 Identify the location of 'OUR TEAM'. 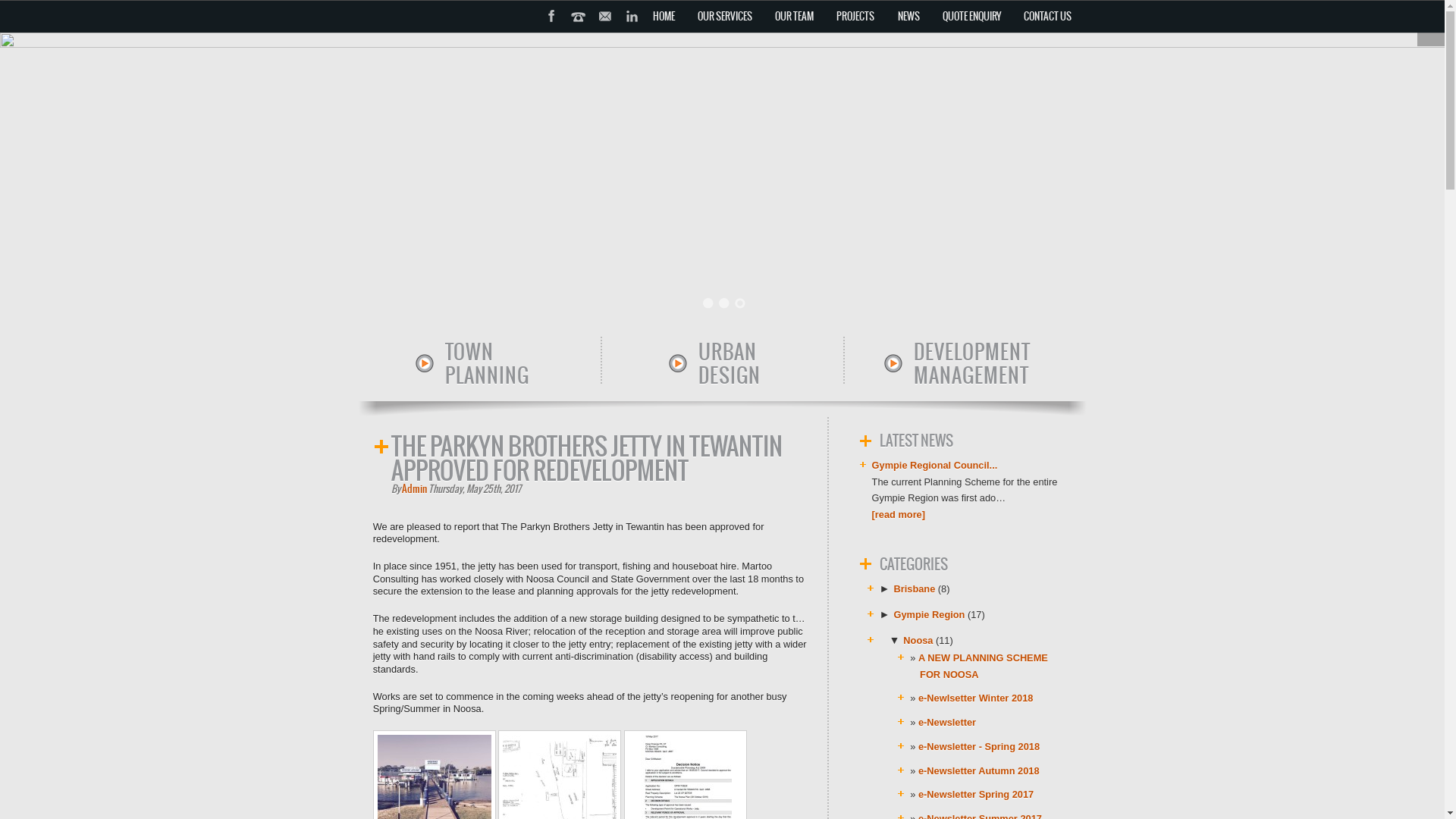
(793, 17).